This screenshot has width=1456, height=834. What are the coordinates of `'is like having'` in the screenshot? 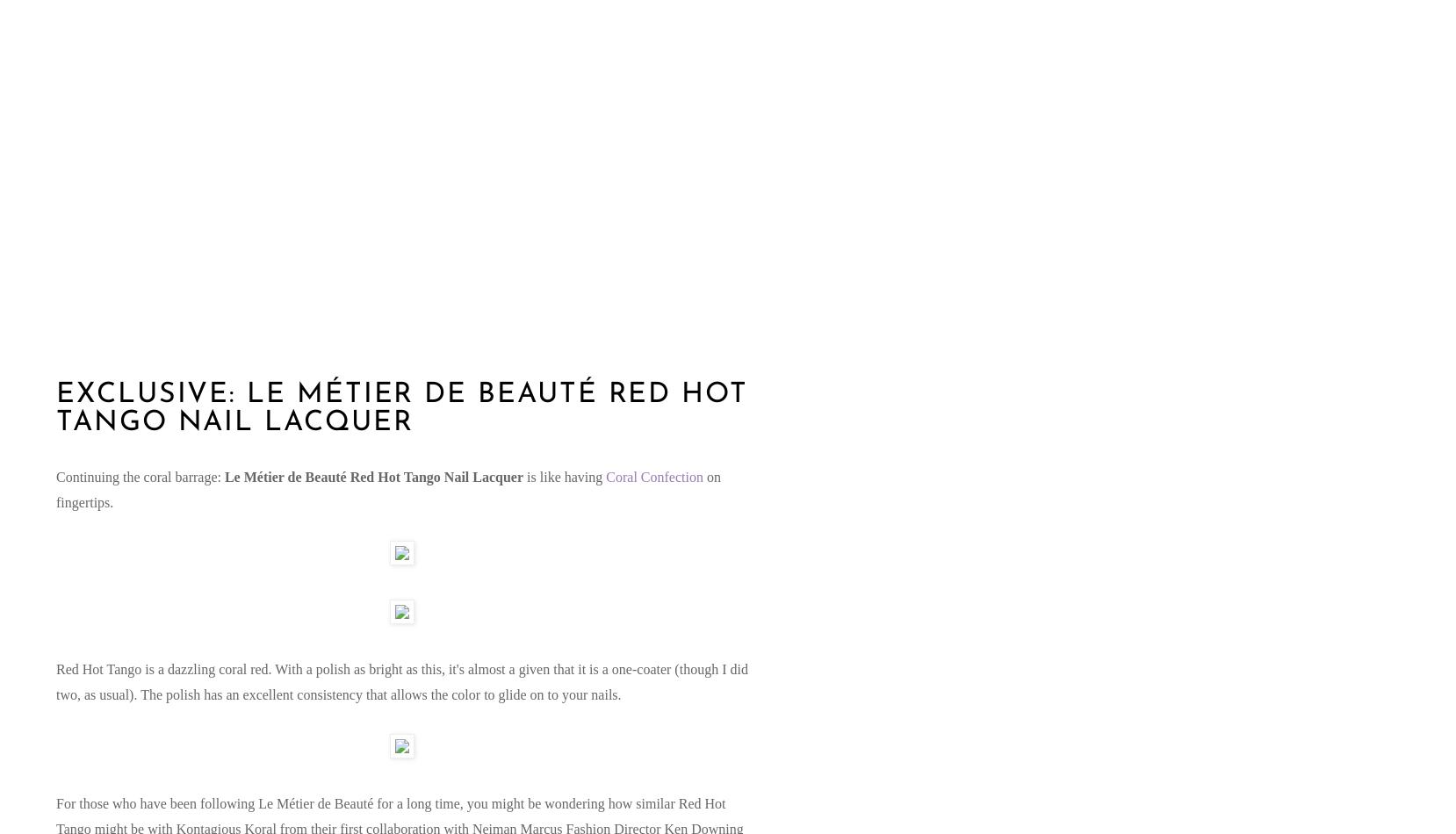 It's located at (523, 476).